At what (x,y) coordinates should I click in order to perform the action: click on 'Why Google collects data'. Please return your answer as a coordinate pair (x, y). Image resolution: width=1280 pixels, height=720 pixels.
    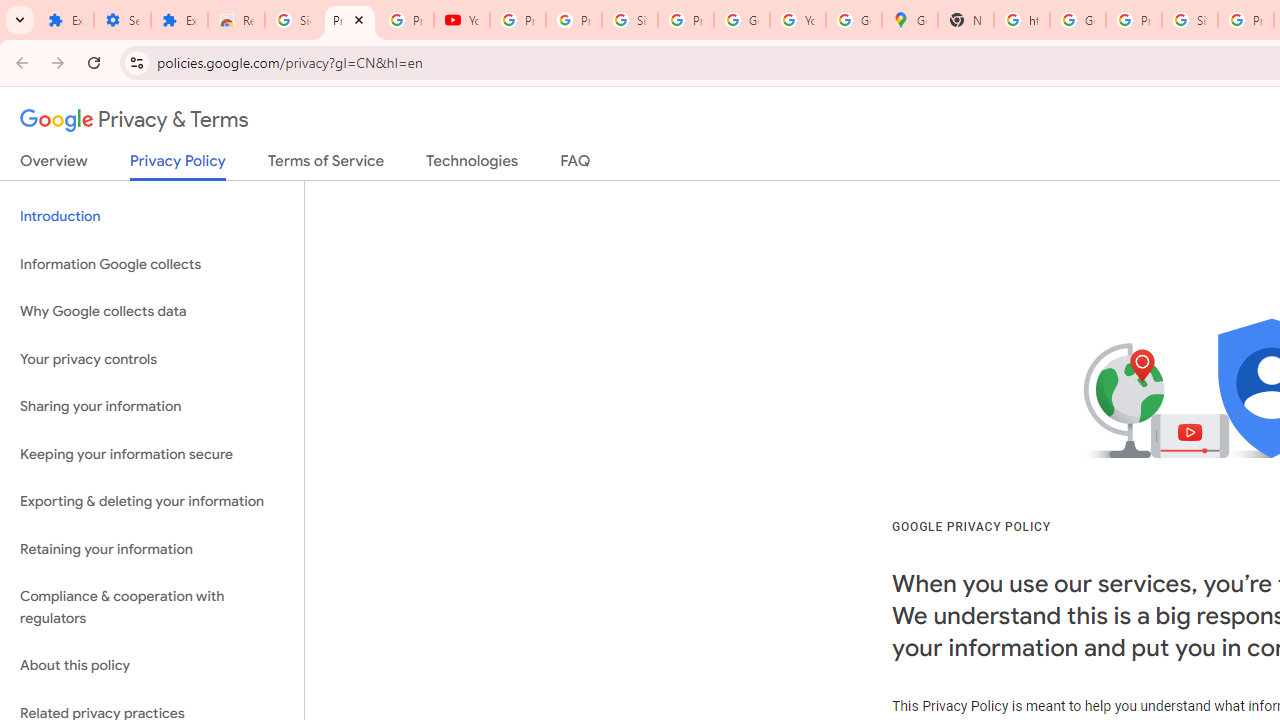
    Looking at the image, I should click on (151, 312).